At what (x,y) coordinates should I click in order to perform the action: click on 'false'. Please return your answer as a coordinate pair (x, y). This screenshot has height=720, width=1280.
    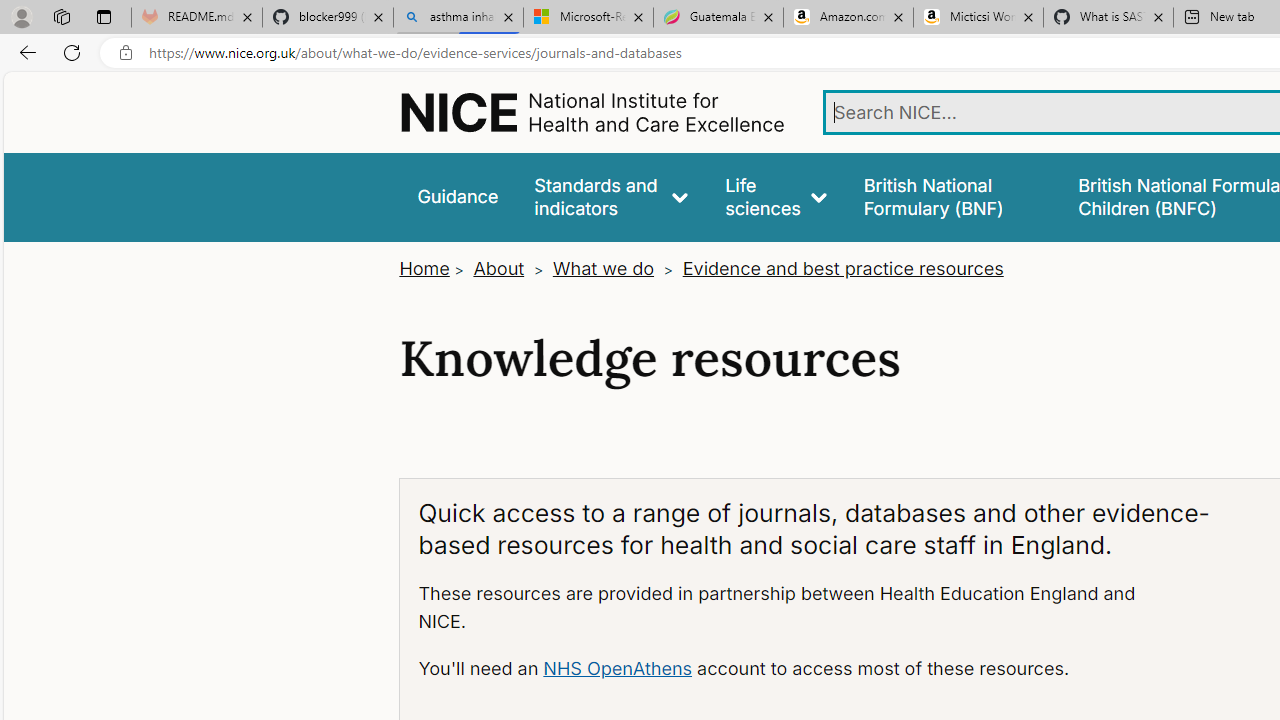
    Looking at the image, I should click on (951, 197).